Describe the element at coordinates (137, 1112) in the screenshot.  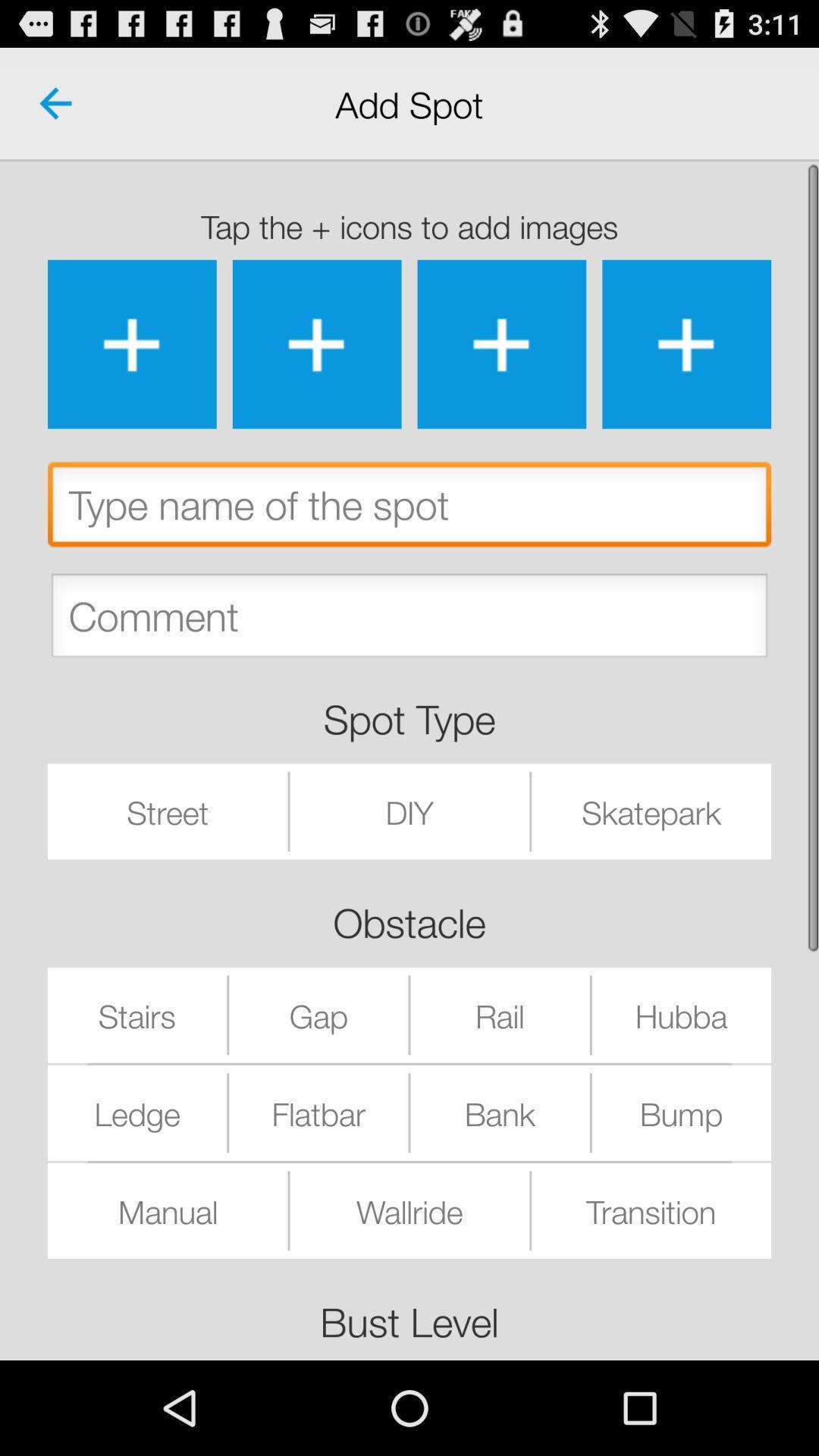
I see `the ledge` at that location.